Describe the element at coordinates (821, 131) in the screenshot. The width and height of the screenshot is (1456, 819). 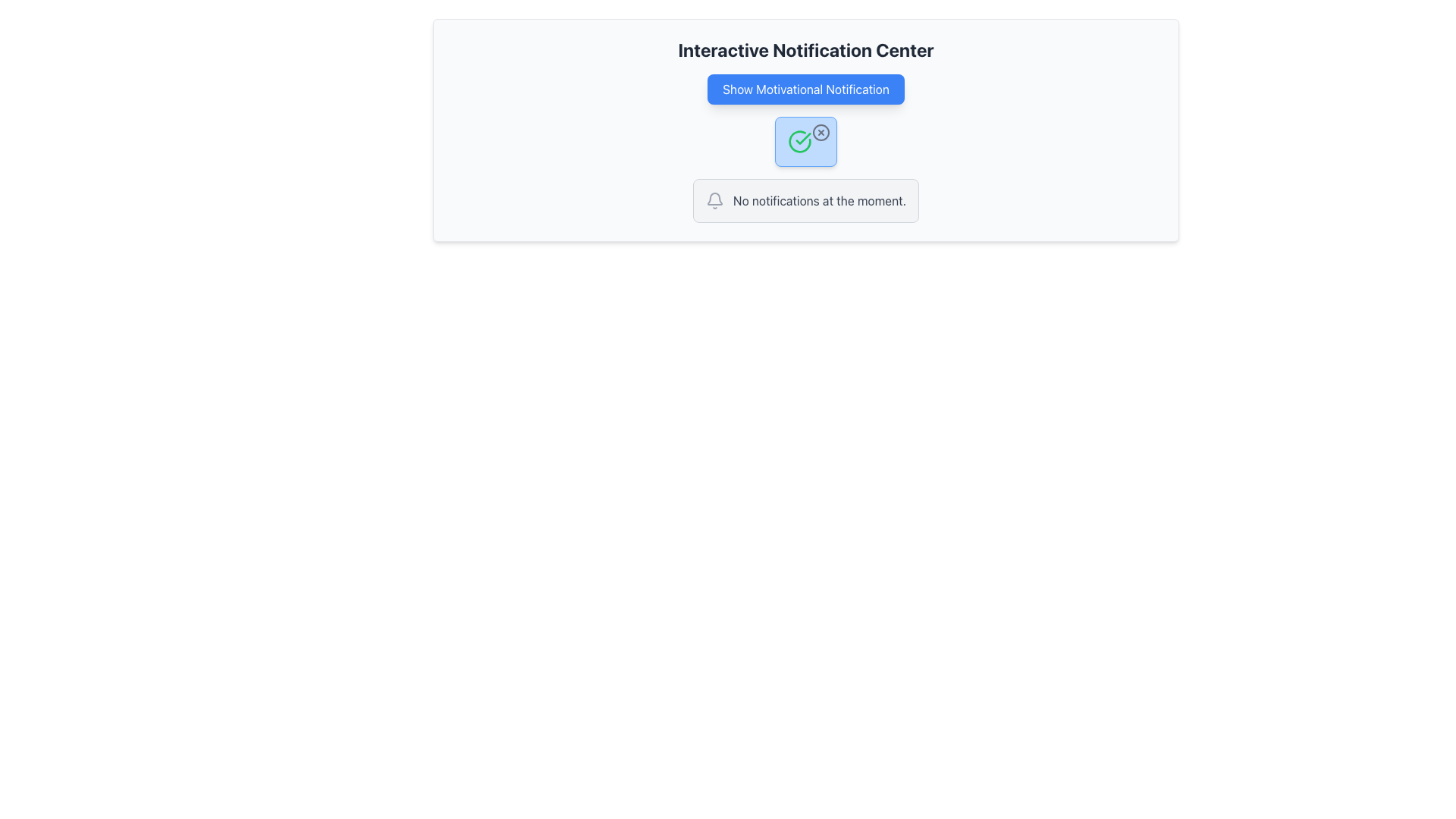
I see `the close ('X') button styled with a circular icon located at the top-right corner of the blue notification bubble` at that location.